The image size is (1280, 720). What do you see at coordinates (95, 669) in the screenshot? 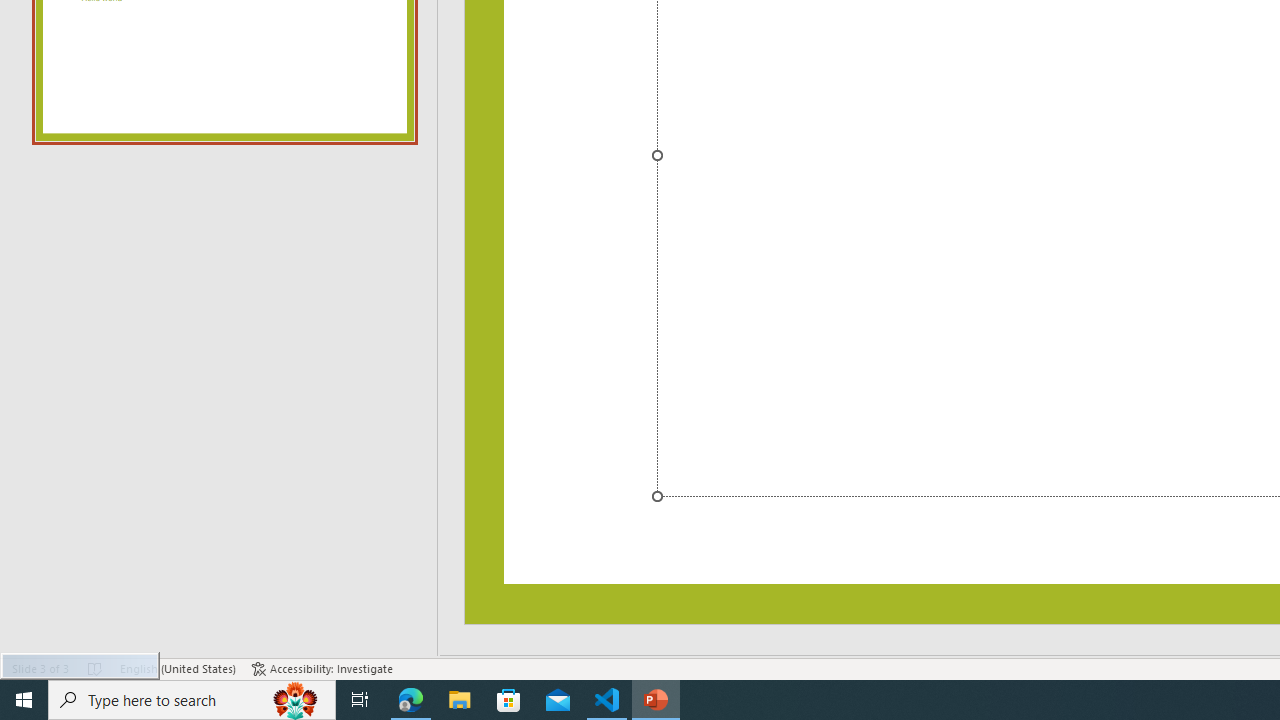
I see `'Spell Check No Errors'` at bounding box center [95, 669].